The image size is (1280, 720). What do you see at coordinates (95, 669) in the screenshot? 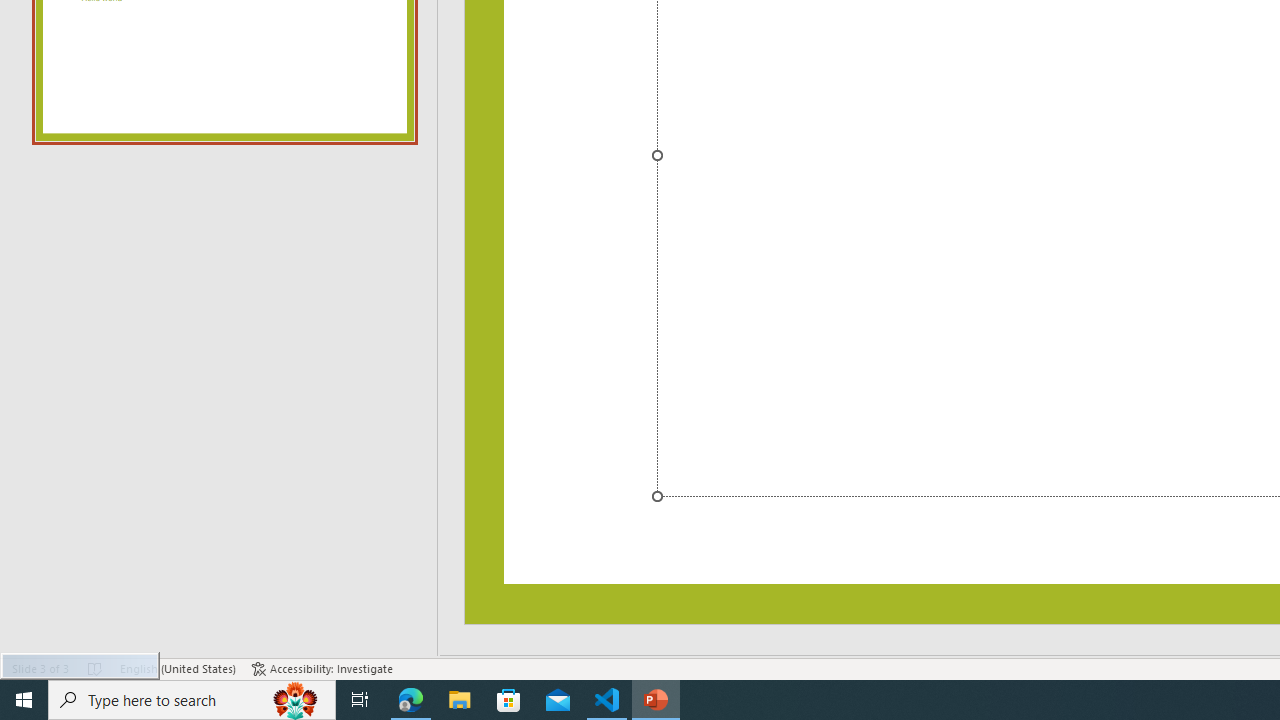
I see `'Spell Check No Errors'` at bounding box center [95, 669].